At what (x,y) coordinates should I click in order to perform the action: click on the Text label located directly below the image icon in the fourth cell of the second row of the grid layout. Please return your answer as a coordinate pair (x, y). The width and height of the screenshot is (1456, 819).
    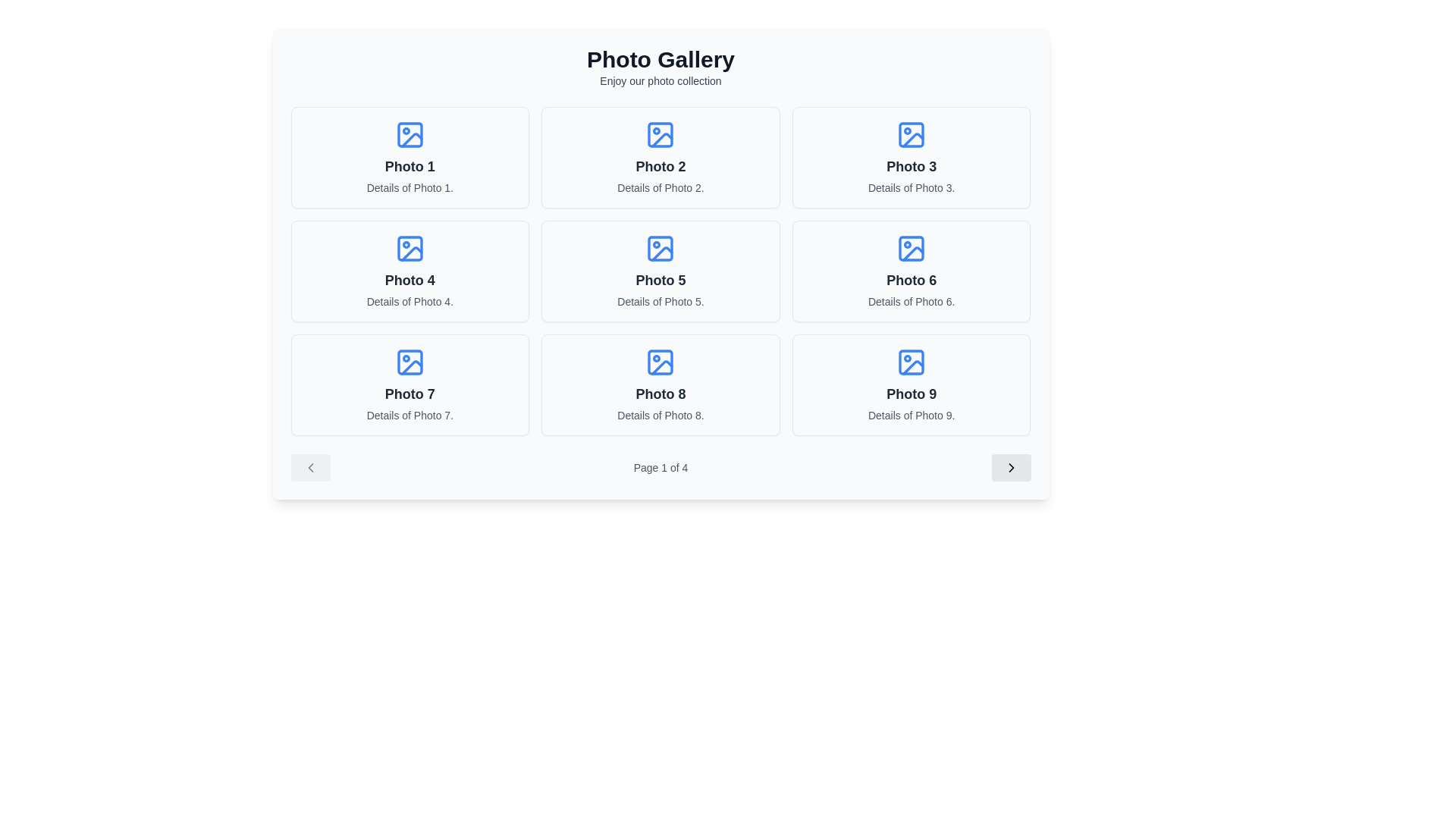
    Looking at the image, I should click on (409, 281).